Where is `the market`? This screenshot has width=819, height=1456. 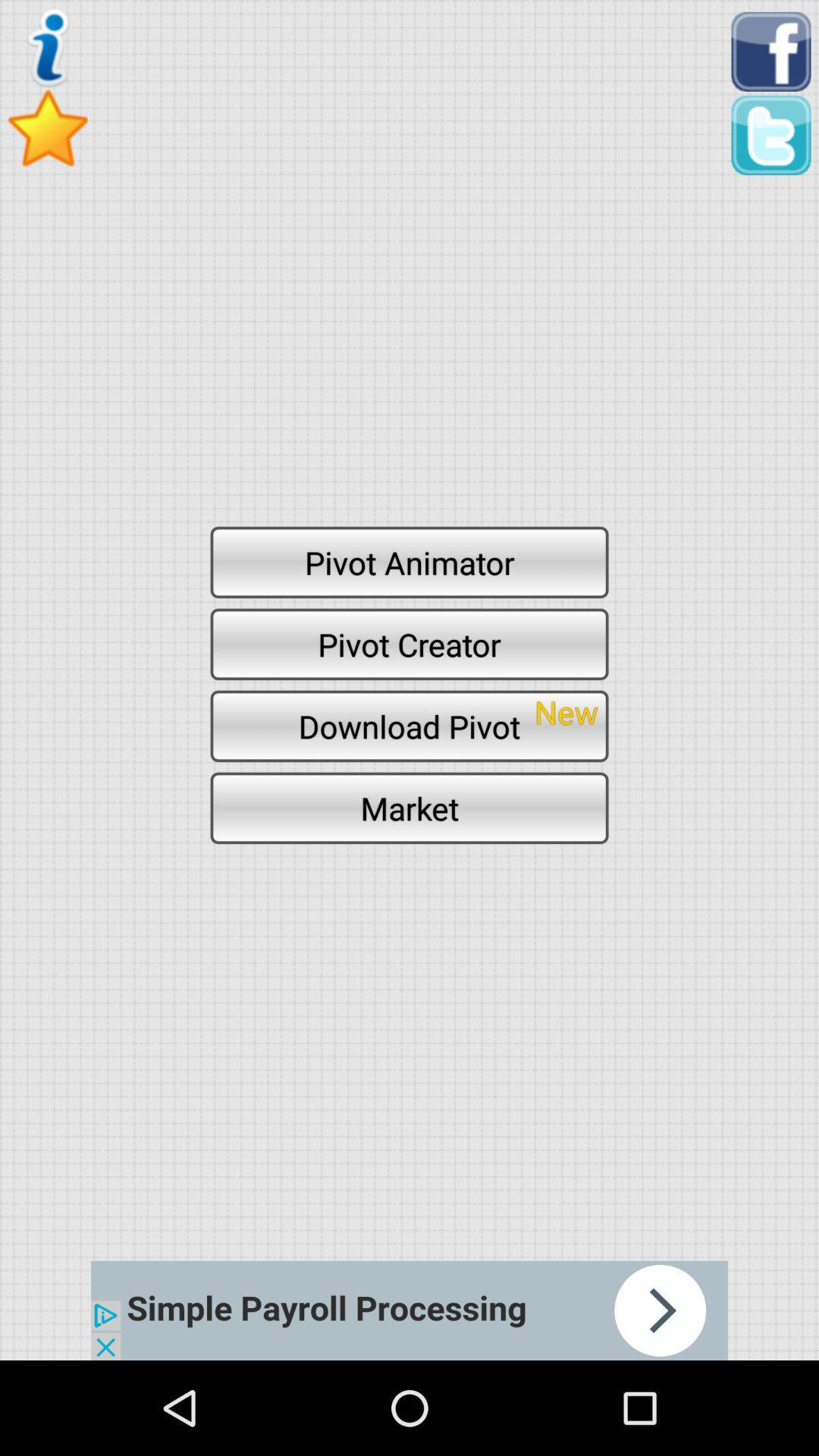 the market is located at coordinates (409, 807).